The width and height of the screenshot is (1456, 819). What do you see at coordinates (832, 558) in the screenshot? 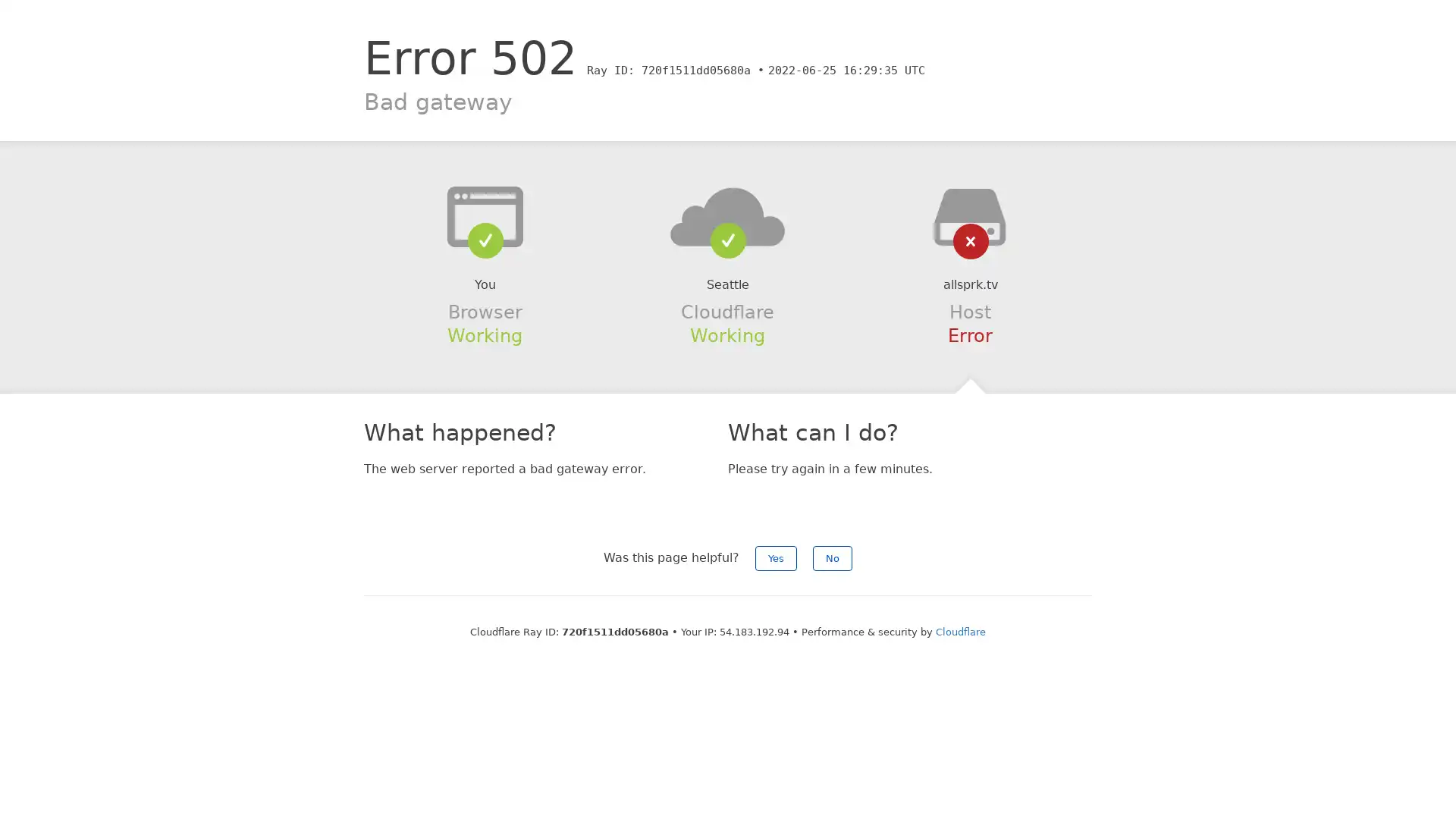
I see `No` at bounding box center [832, 558].